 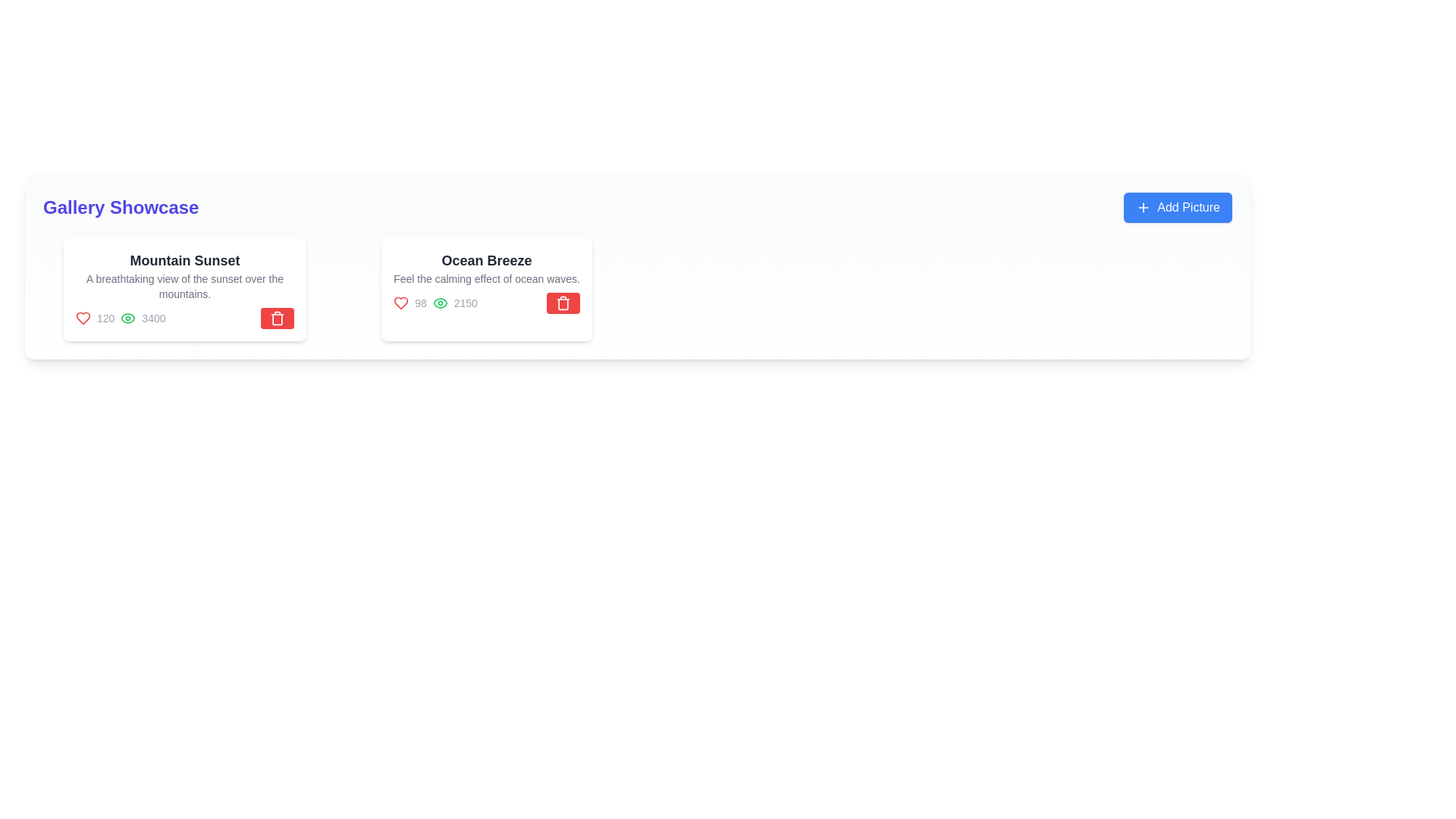 What do you see at coordinates (487, 259) in the screenshot?
I see `the text label that serves as the title of the card content, positioned at the top center of the second card in a horizontal list` at bounding box center [487, 259].